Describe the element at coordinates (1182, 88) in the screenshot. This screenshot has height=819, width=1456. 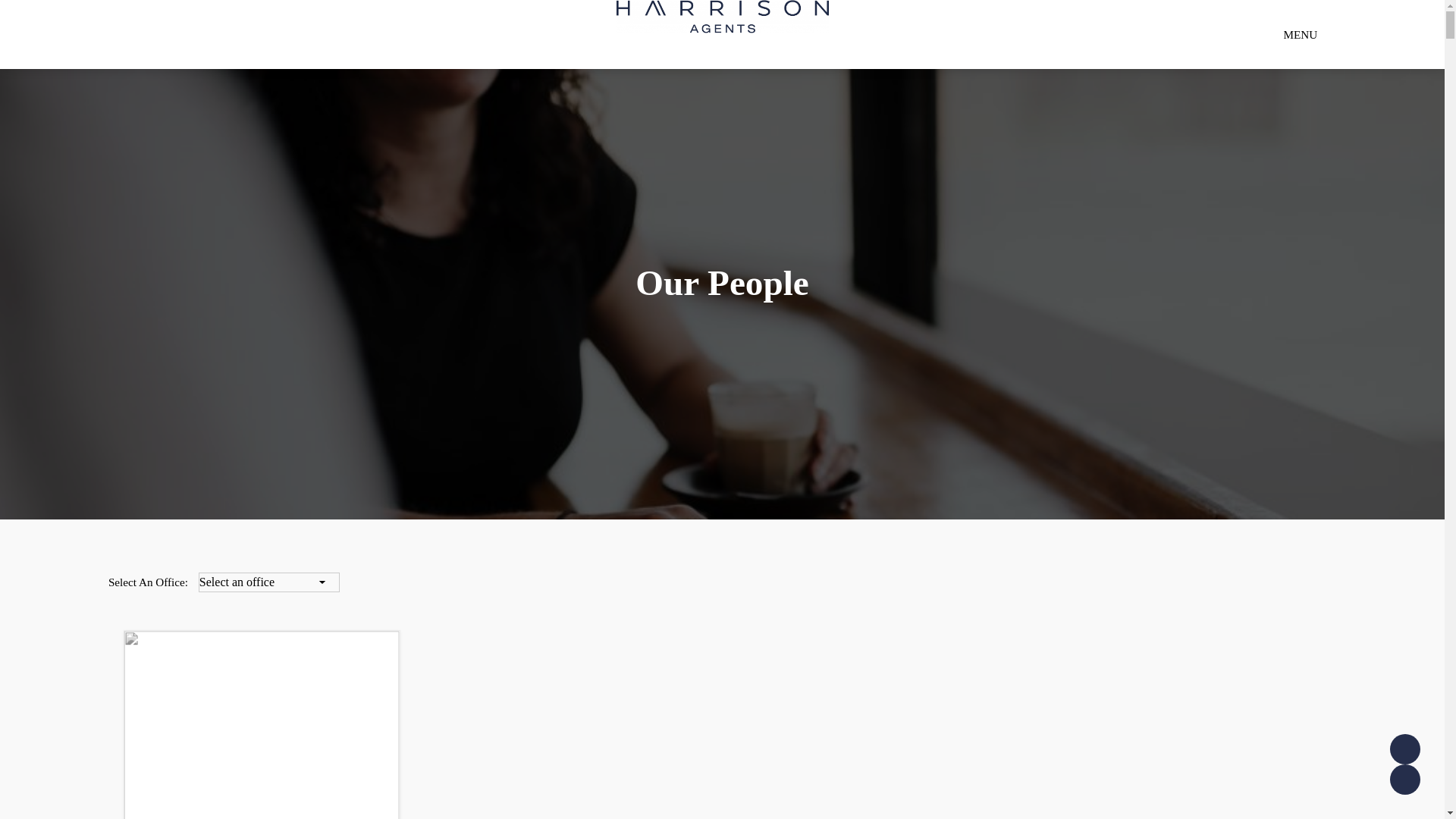
I see `'Search'` at that location.